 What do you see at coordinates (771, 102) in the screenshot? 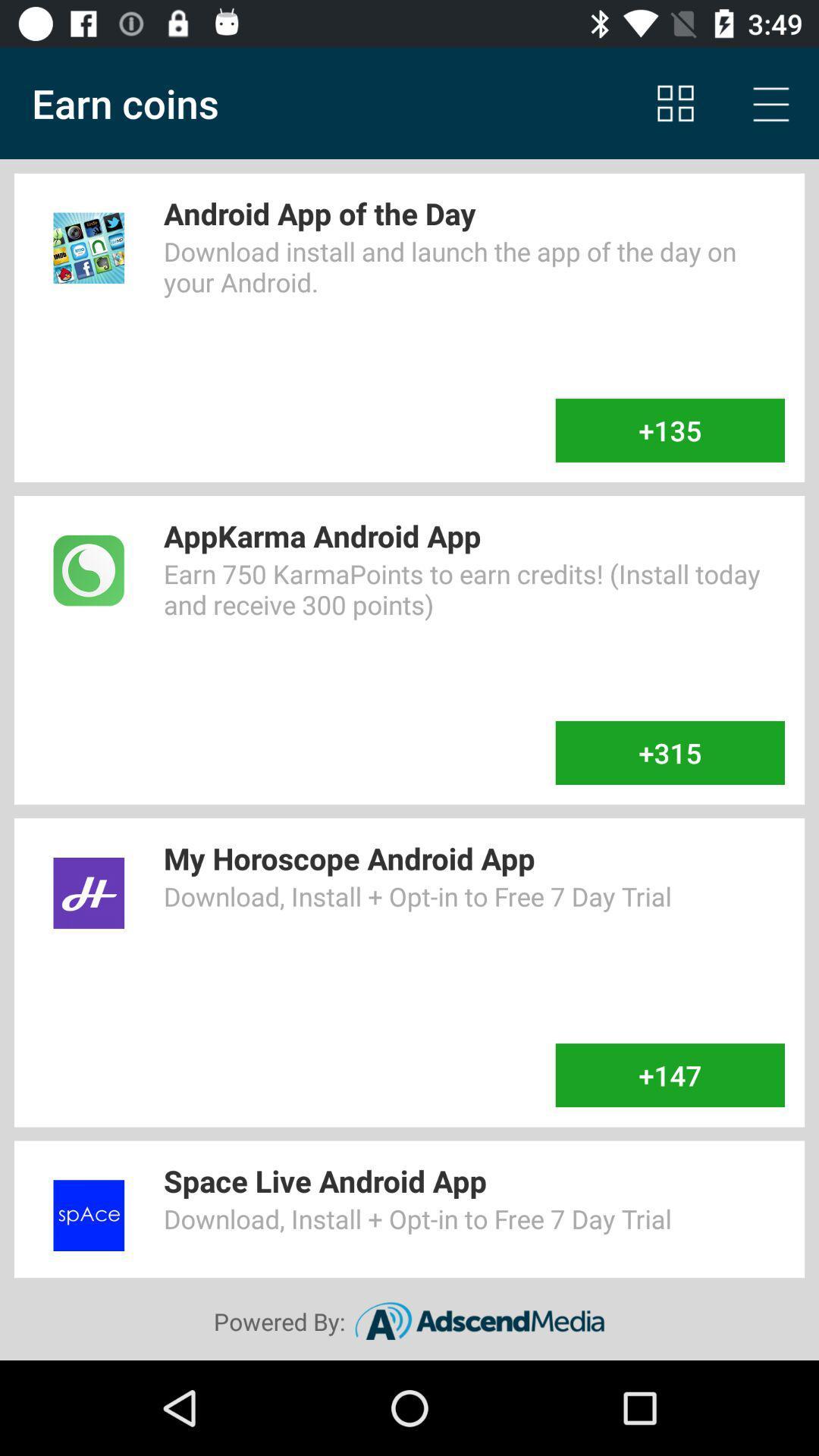
I see `icon above the android app of` at bounding box center [771, 102].